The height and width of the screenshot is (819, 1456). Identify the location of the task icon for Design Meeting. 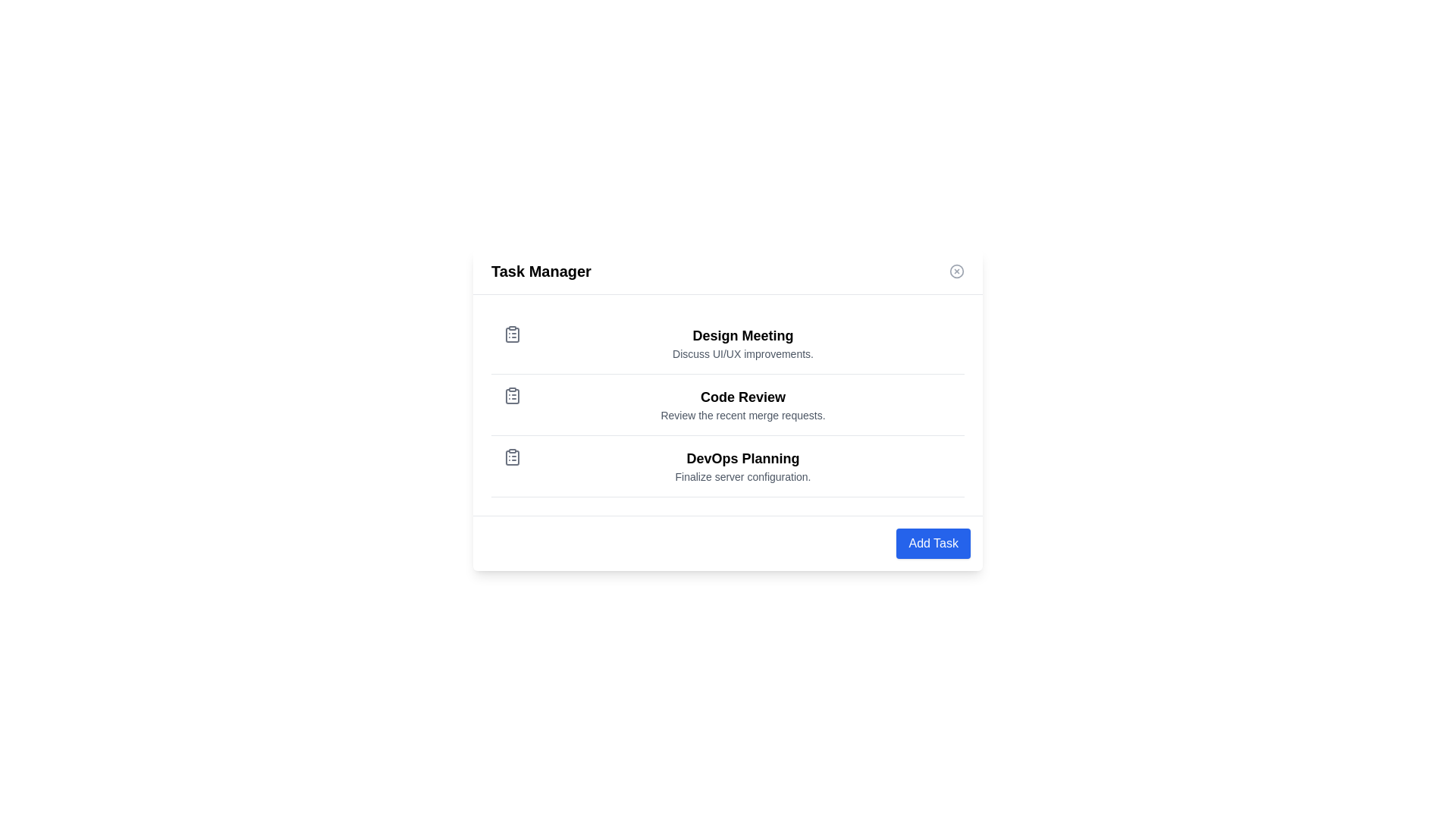
(513, 333).